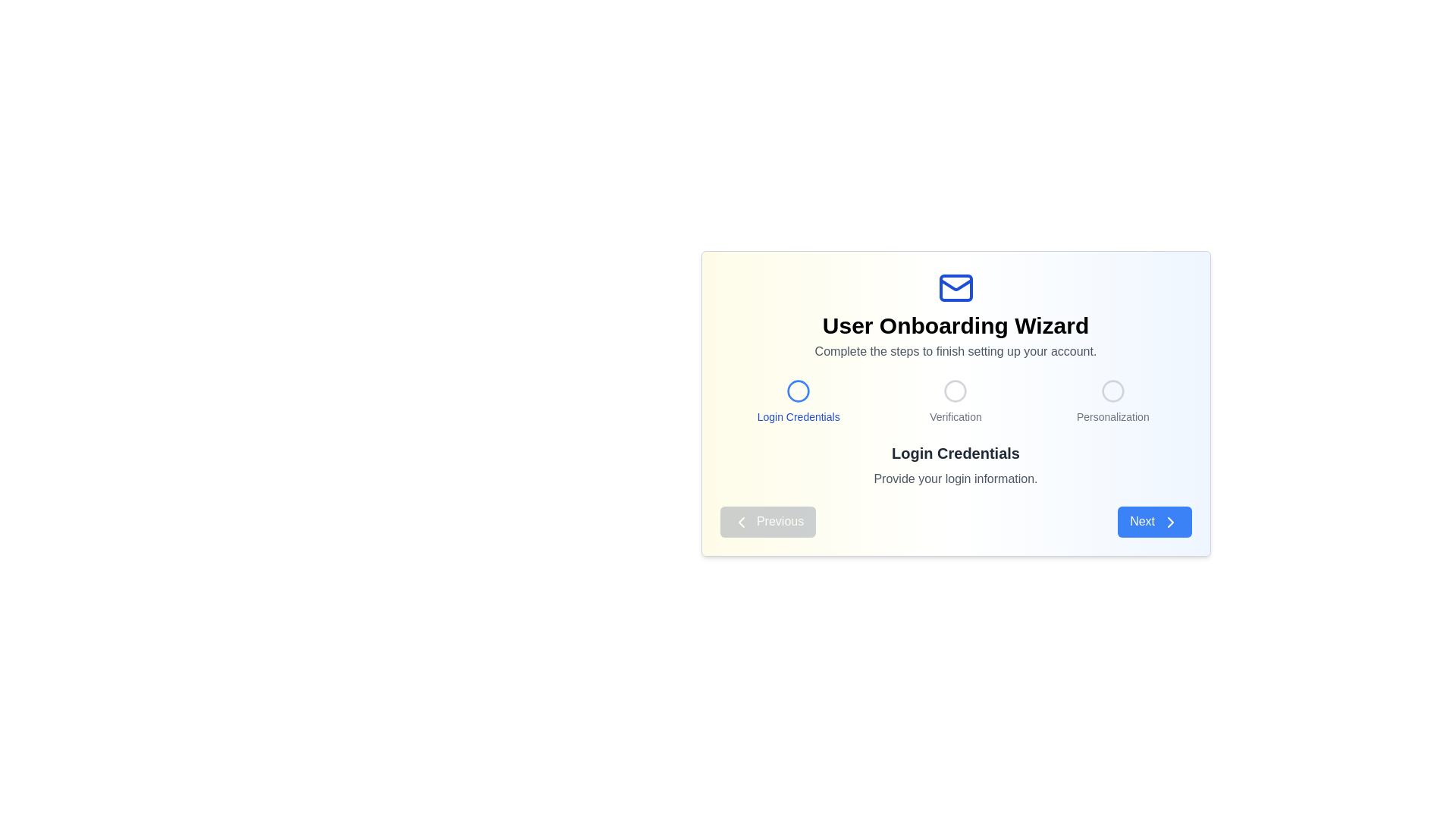  I want to click on the decorative rectangular shape with rounded corners within the mail icon of the 'User Onboarding Wizard' card component, so click(955, 288).